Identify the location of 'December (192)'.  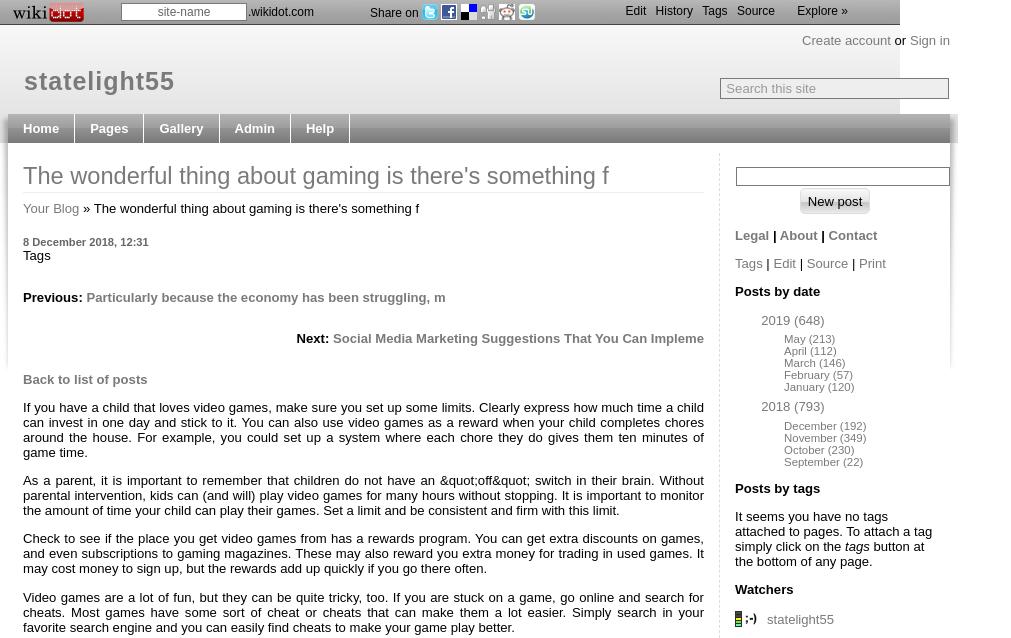
(823, 423).